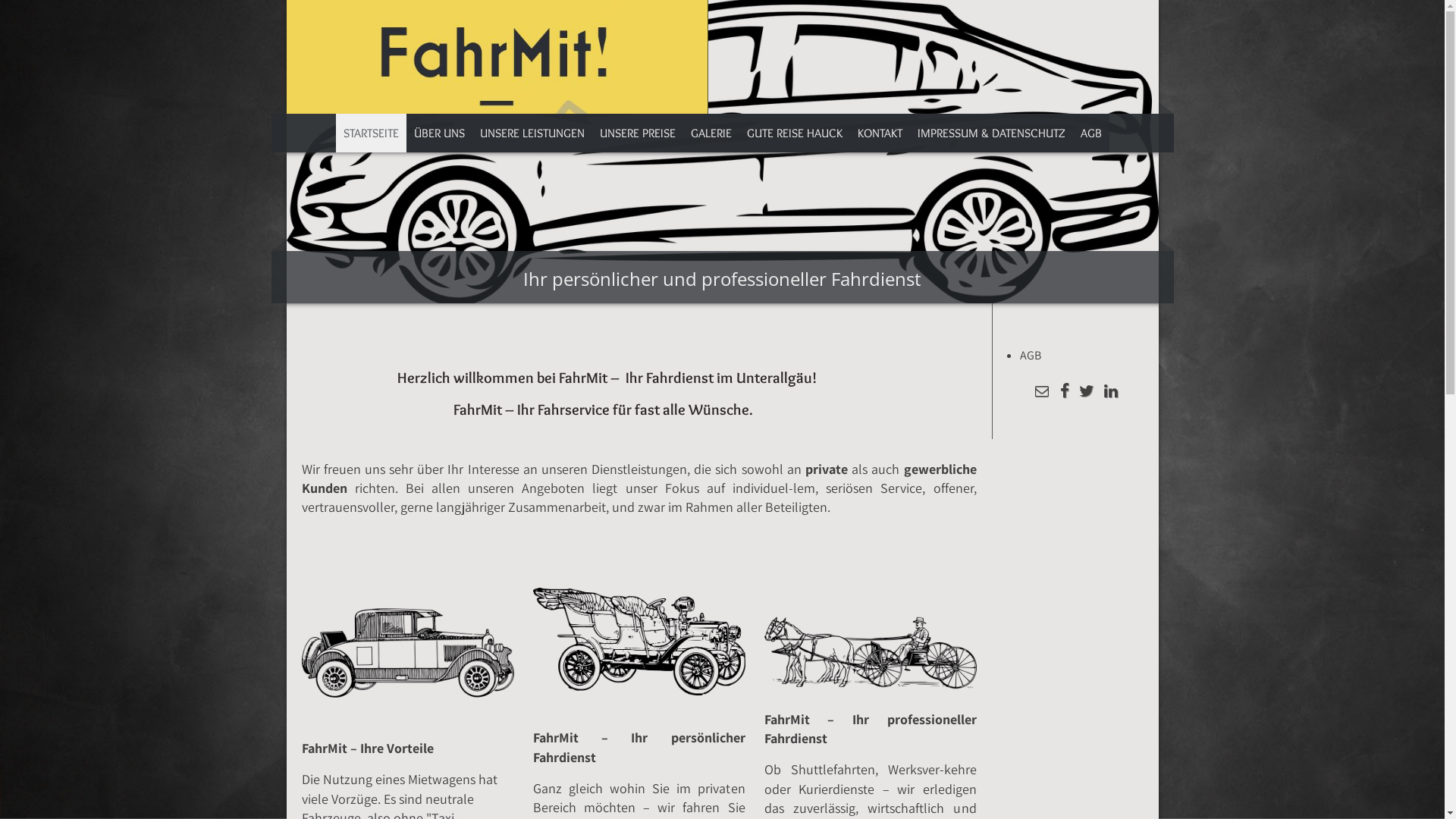  What do you see at coordinates (1099, 391) in the screenshot?
I see `'LinkedIn'` at bounding box center [1099, 391].